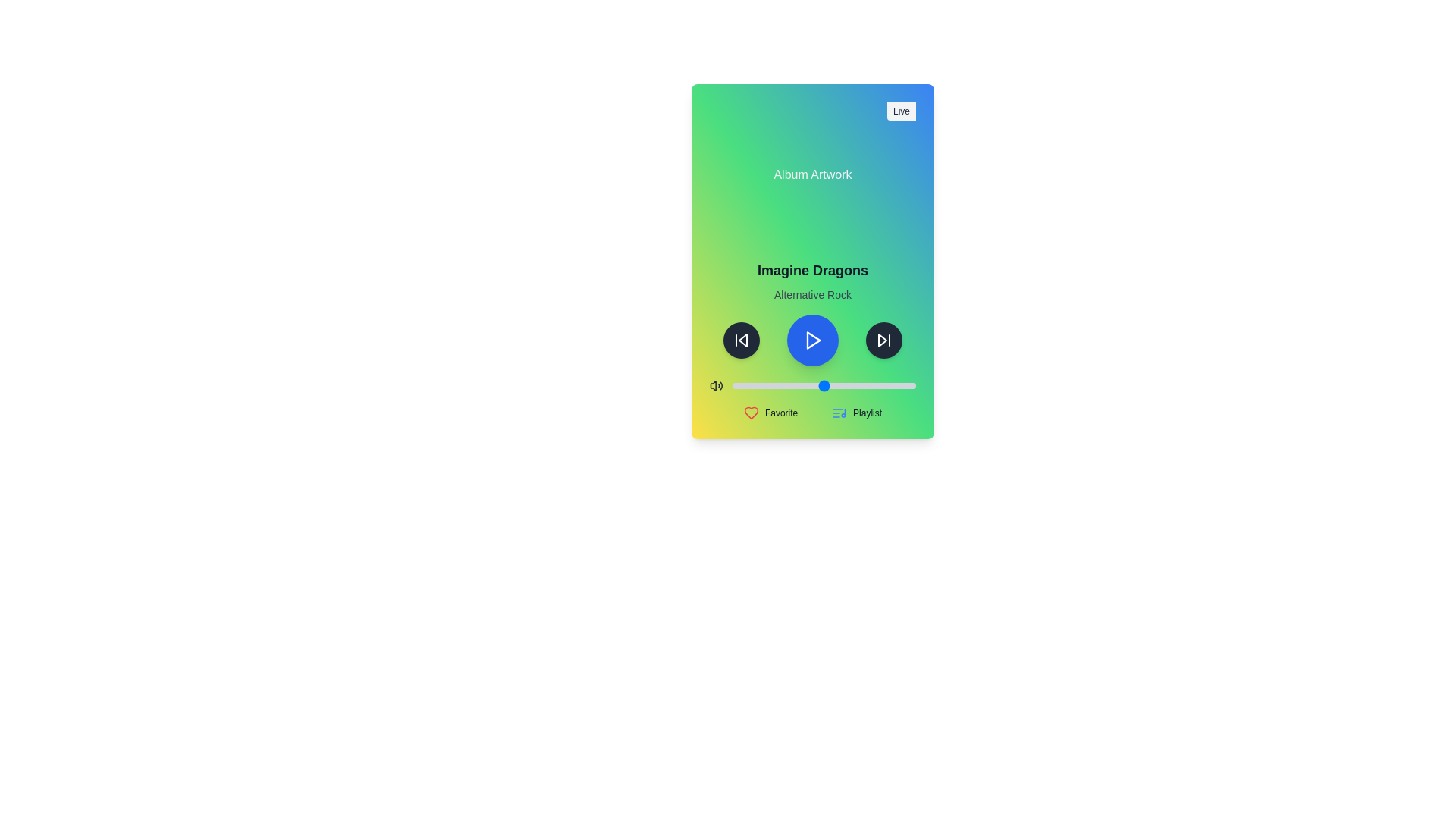  I want to click on the circular button that serves as the icon for skipping to the previous track in the media player interface, located to the left of the blue circular play button, so click(742, 339).